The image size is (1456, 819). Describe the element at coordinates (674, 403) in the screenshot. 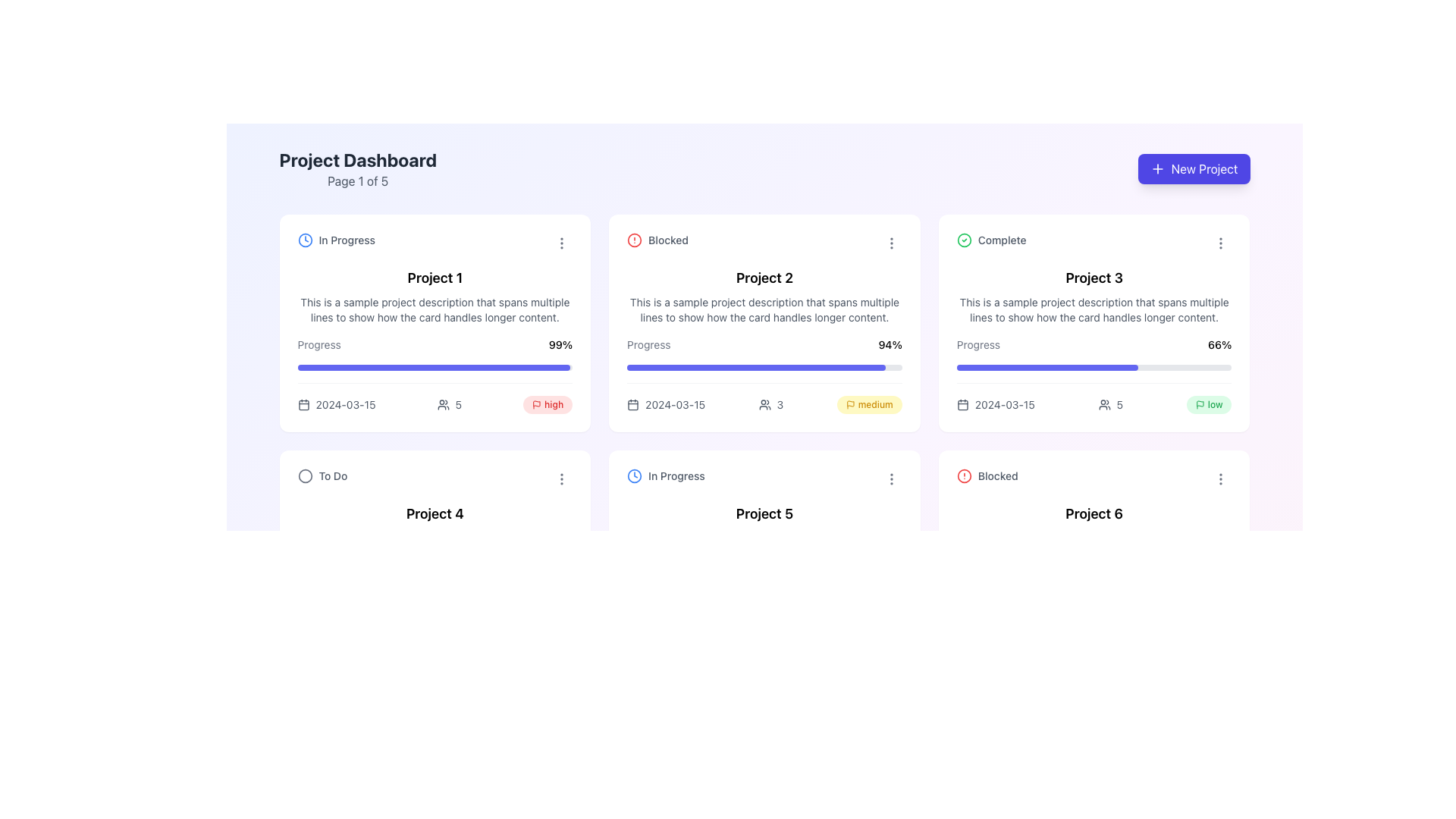

I see `date displayed on the text label for 'Project 2', which is located beneath the progress bar in the project card` at that location.